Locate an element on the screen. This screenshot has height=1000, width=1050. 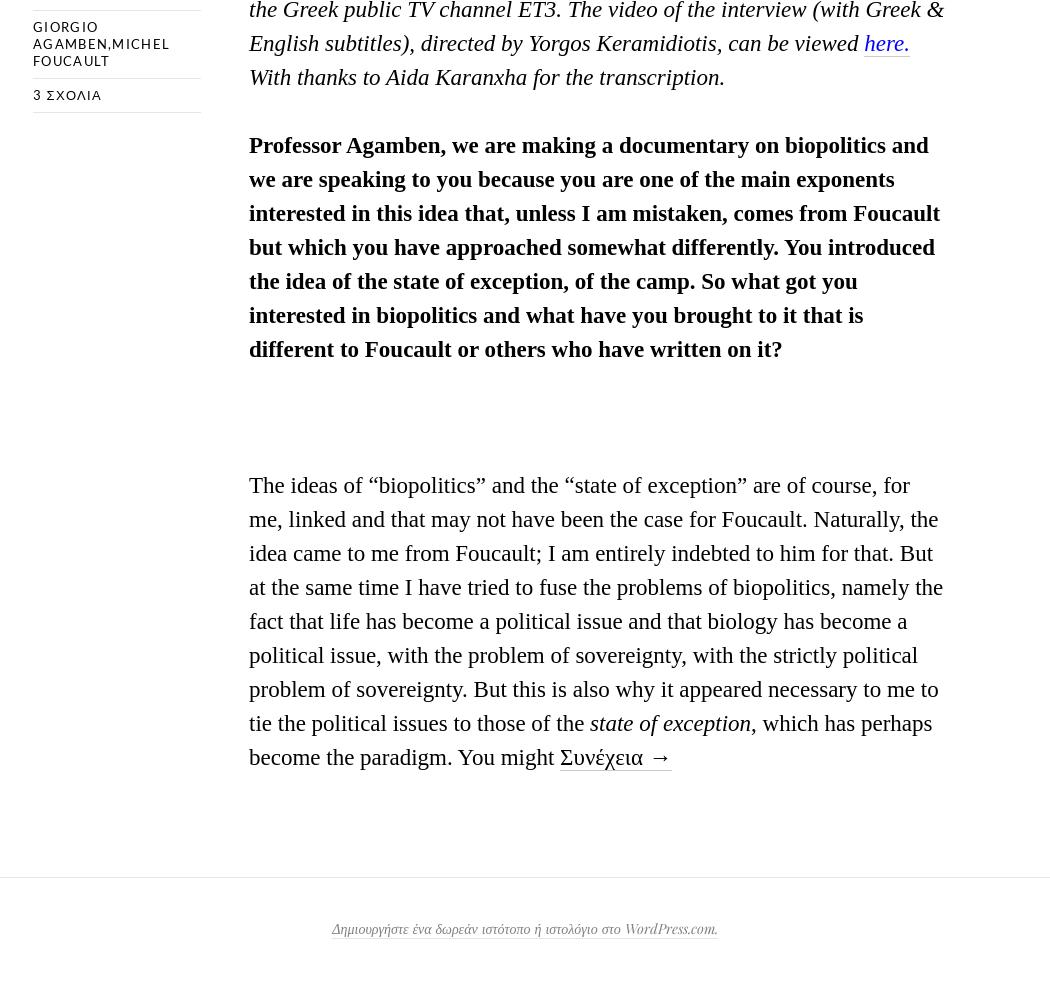
'With thanks to Aida Karanxha for the transcription.' is located at coordinates (486, 75).